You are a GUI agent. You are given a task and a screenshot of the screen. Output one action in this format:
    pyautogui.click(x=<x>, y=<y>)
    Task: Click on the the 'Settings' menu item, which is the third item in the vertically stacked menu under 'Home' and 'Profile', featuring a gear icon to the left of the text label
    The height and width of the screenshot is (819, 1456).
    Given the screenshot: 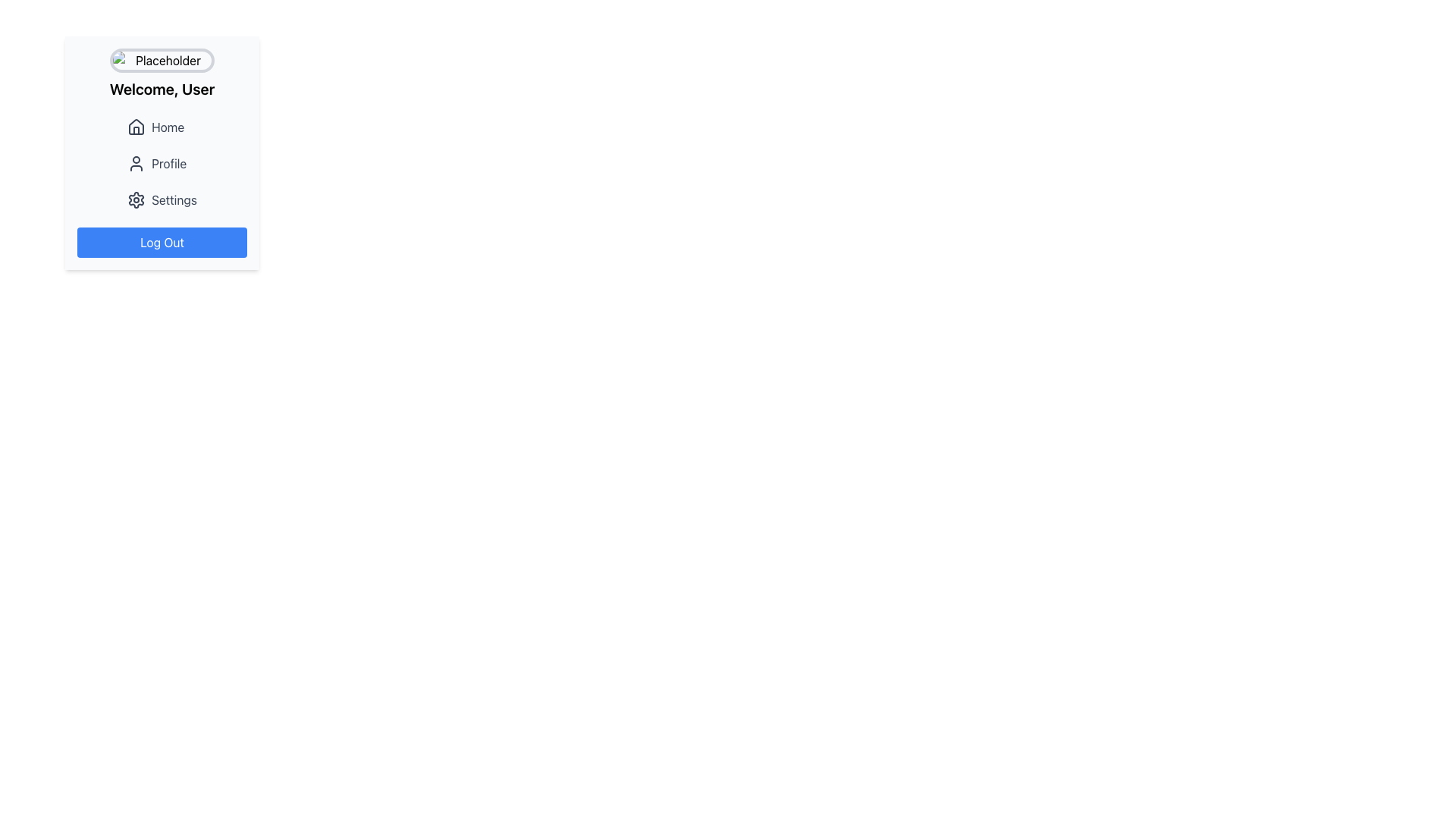 What is the action you would take?
    pyautogui.click(x=162, y=199)
    